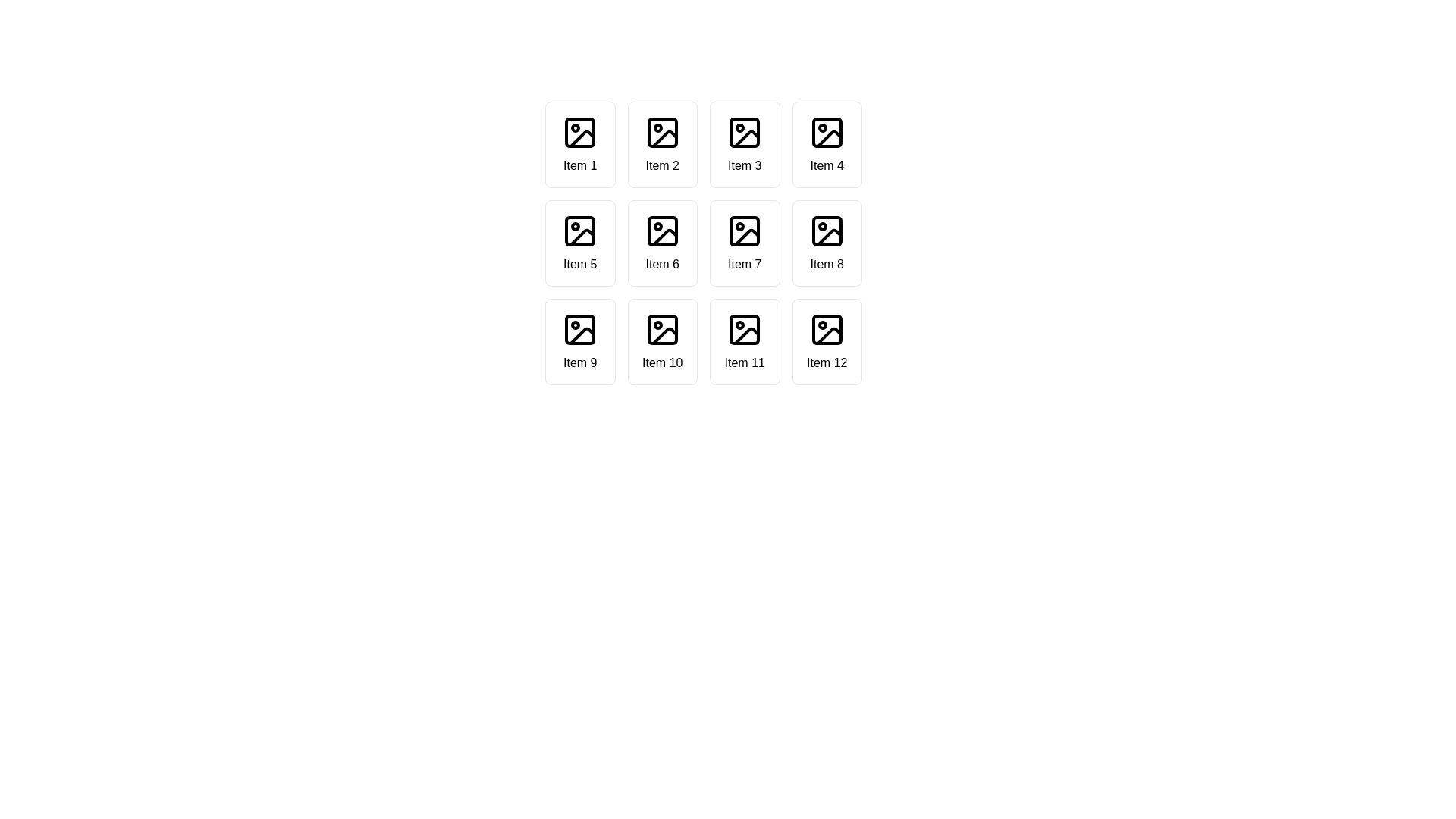 This screenshot has width=1456, height=819. What do you see at coordinates (826, 231) in the screenshot?
I see `the image placeholder located in the grid cell labeled 'Item 8', which is in the second row, fourth column` at bounding box center [826, 231].